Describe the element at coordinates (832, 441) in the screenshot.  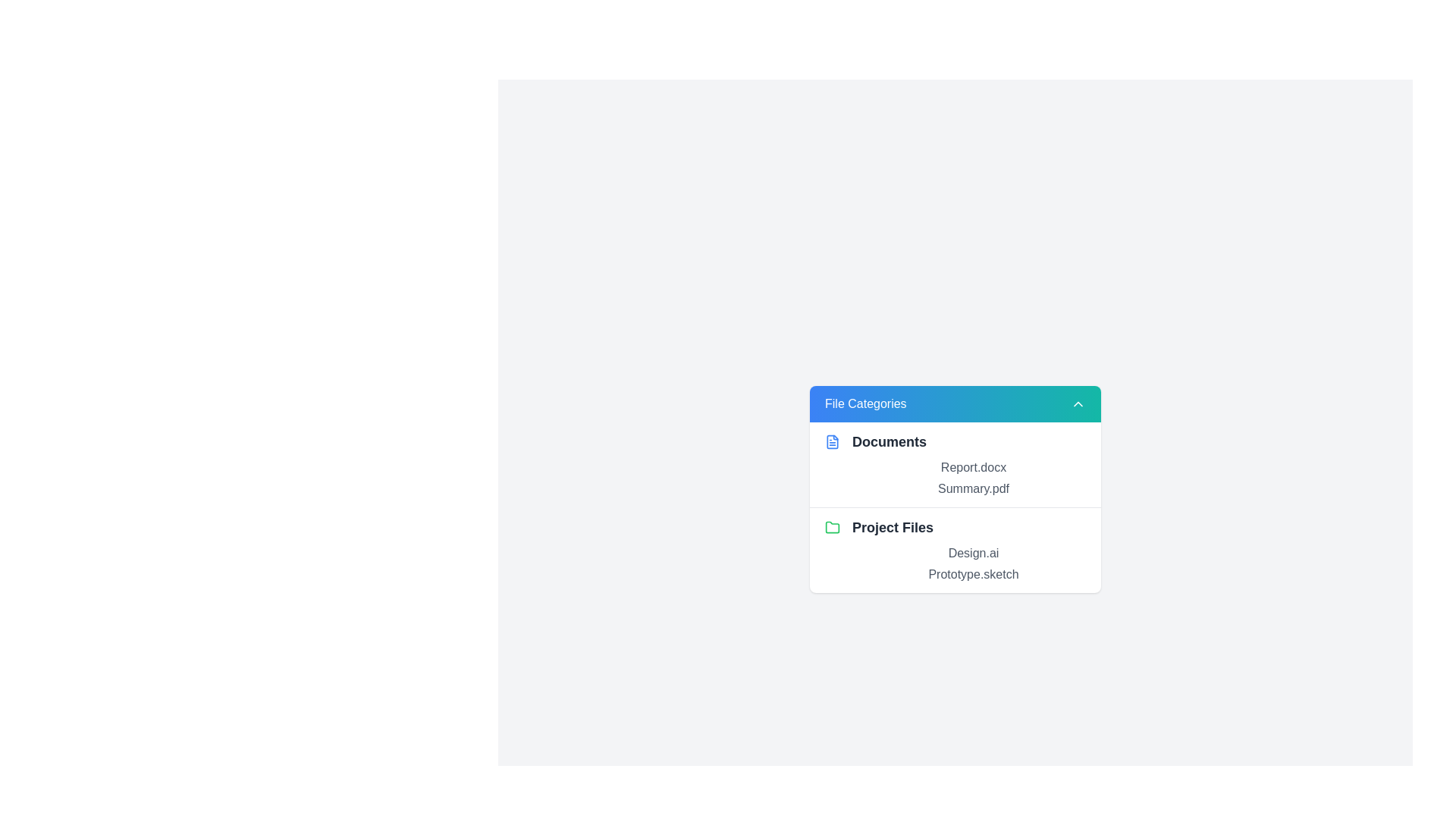
I see `the Documents category icon located to the left of the 'Documents' text label by clicking on it` at that location.